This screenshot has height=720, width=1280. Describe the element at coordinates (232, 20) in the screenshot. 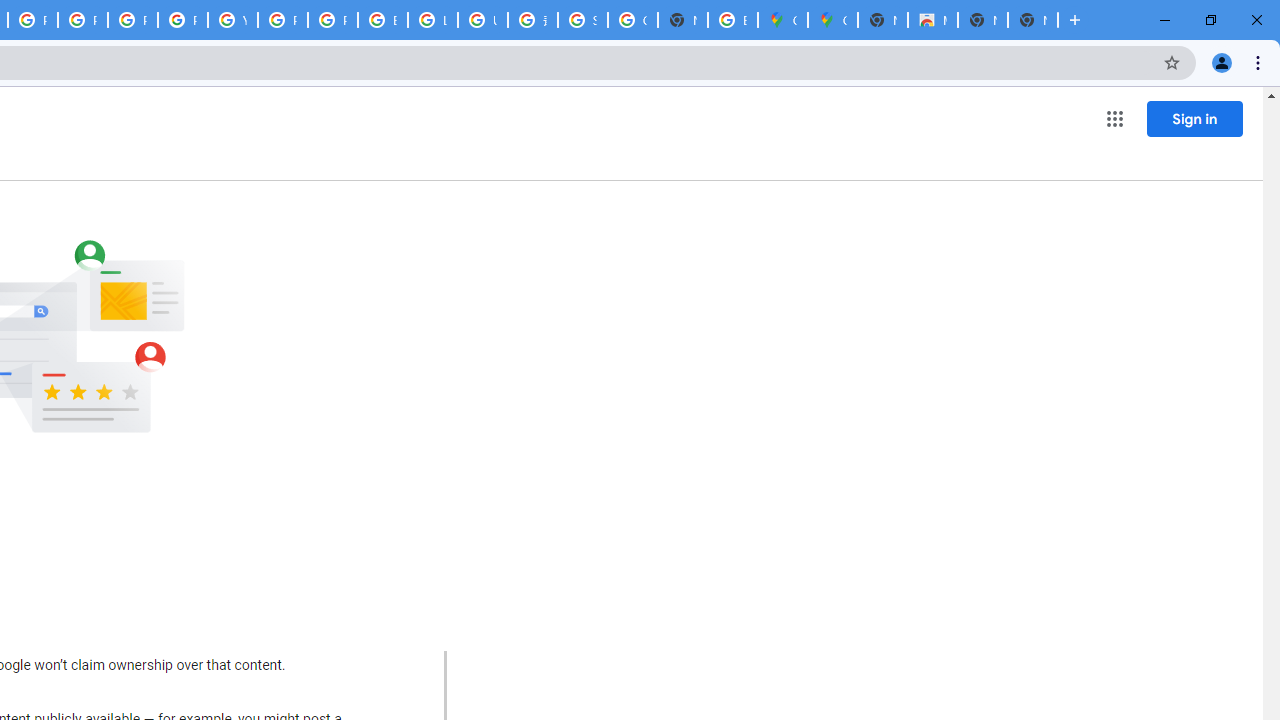

I see `'YouTube'` at that location.